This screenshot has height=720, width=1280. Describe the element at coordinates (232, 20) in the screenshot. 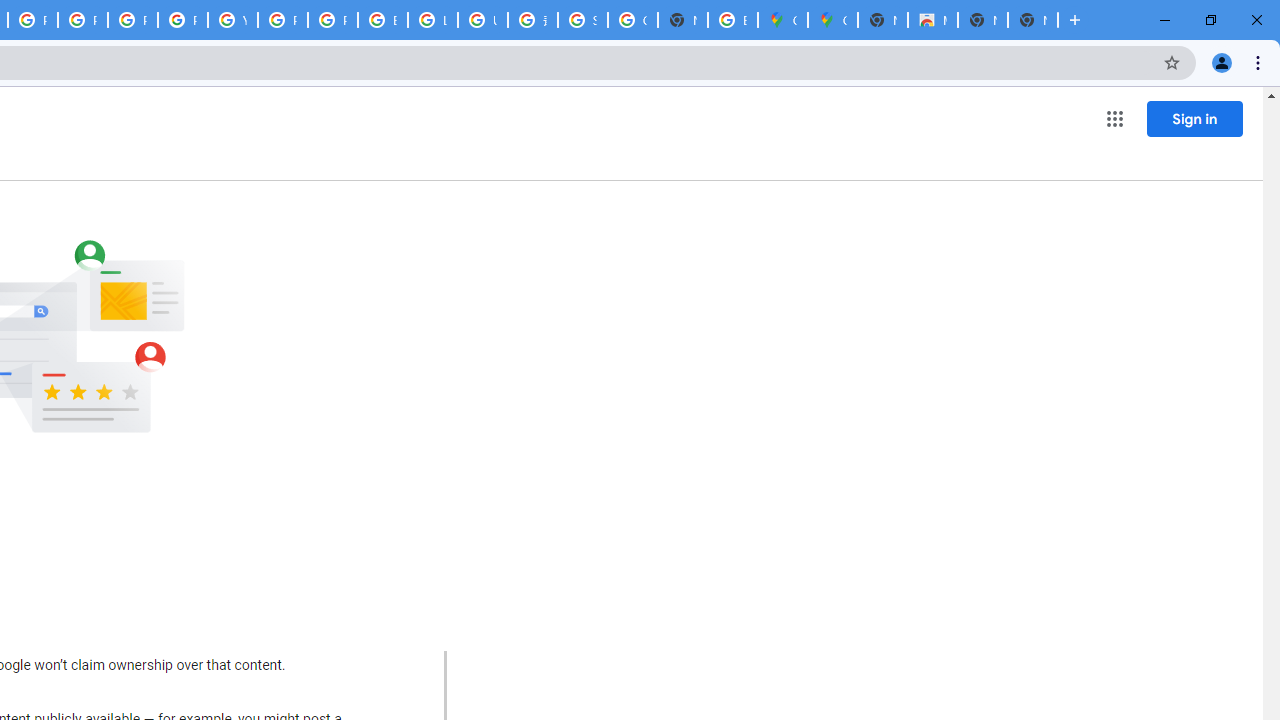

I see `'YouTube'` at that location.